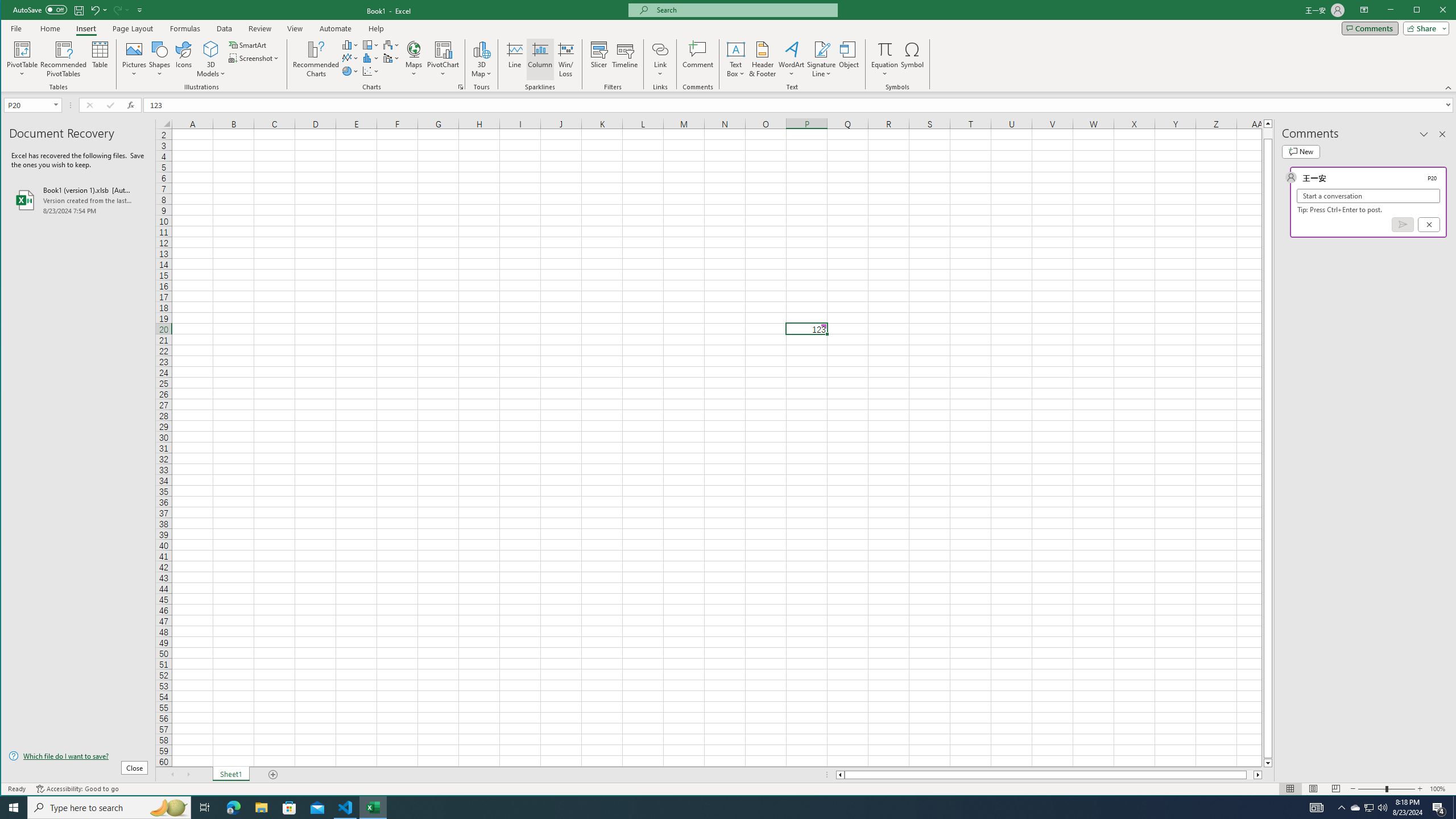 The image size is (1456, 819). What do you see at coordinates (848, 59) in the screenshot?
I see `'Object...'` at bounding box center [848, 59].